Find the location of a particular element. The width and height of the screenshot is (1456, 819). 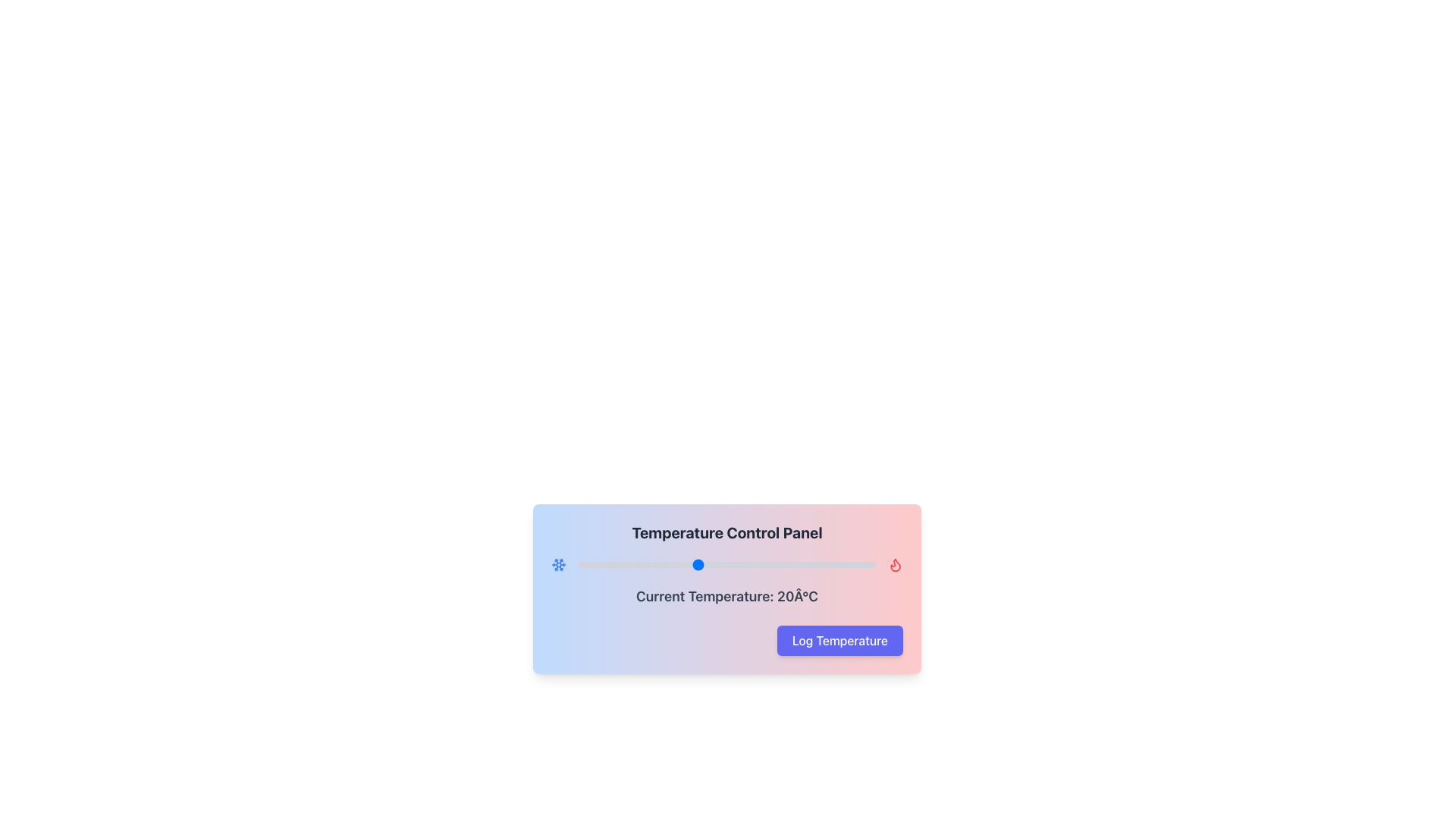

the temperature slider is located at coordinates (839, 564).